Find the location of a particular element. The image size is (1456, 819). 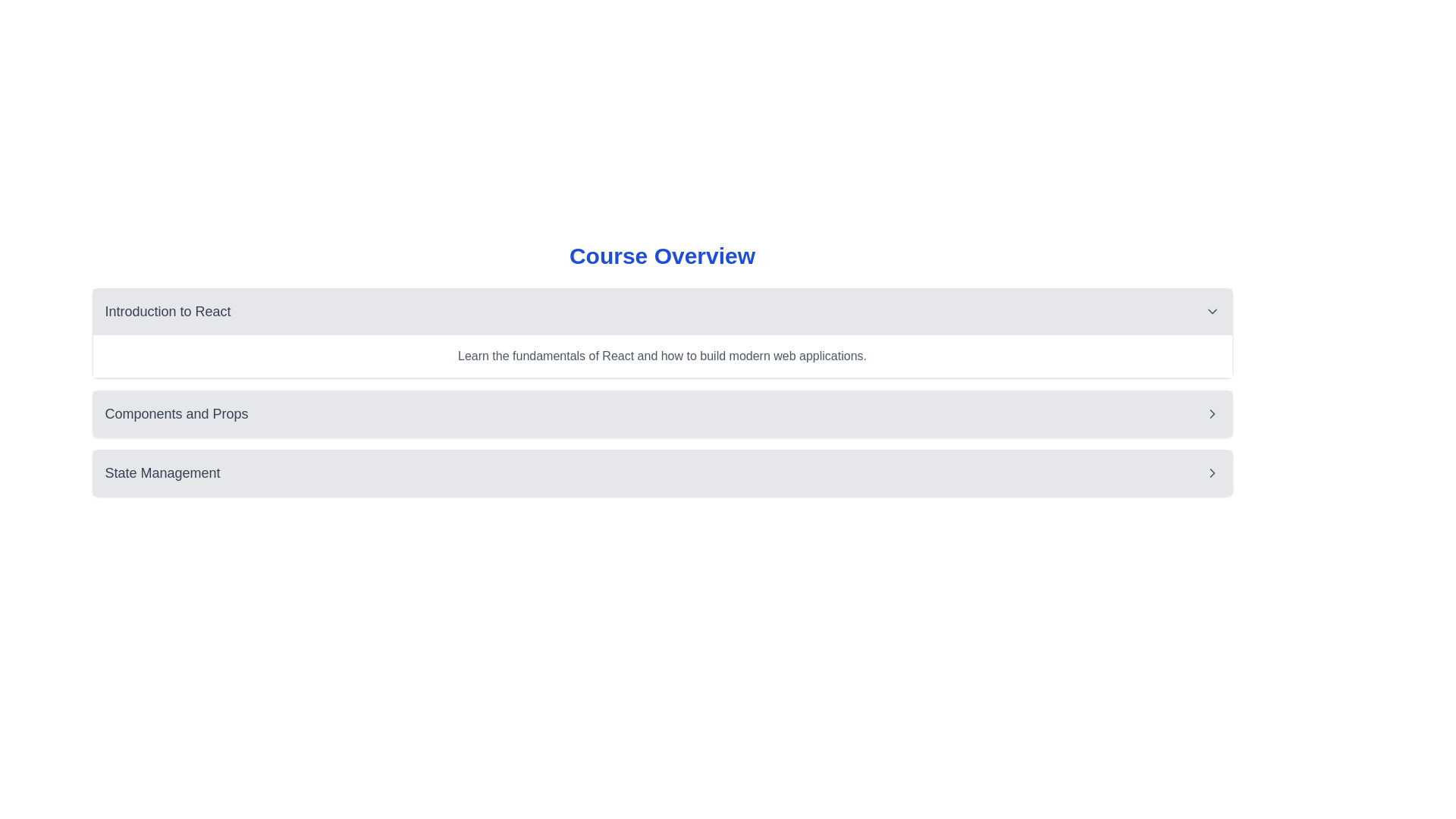

the gray chevron arrow icon located on the right side of the 'Introduction to React' section header is located at coordinates (1211, 311).